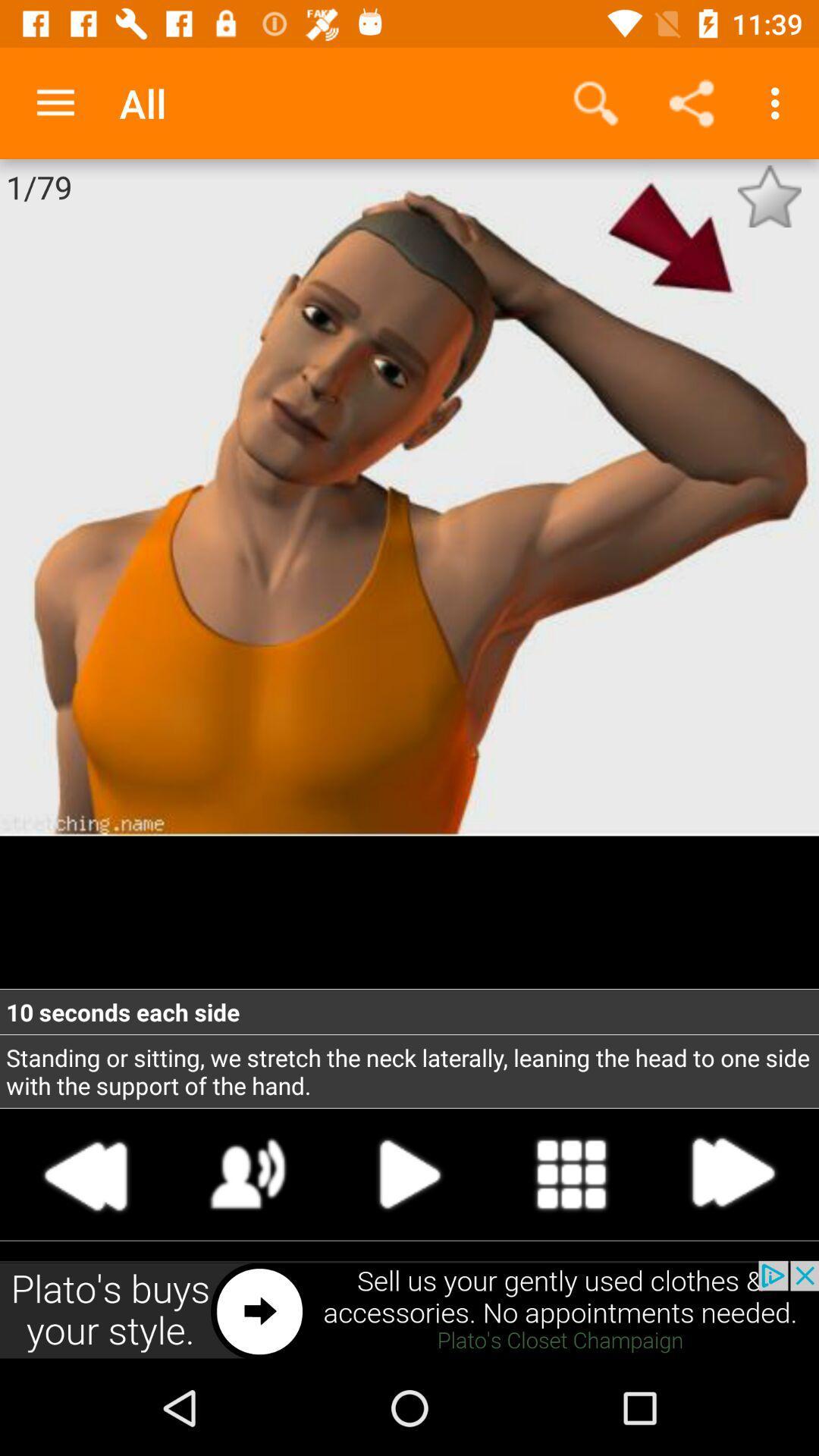 The width and height of the screenshot is (819, 1456). Describe the element at coordinates (409, 1173) in the screenshot. I see `play button` at that location.